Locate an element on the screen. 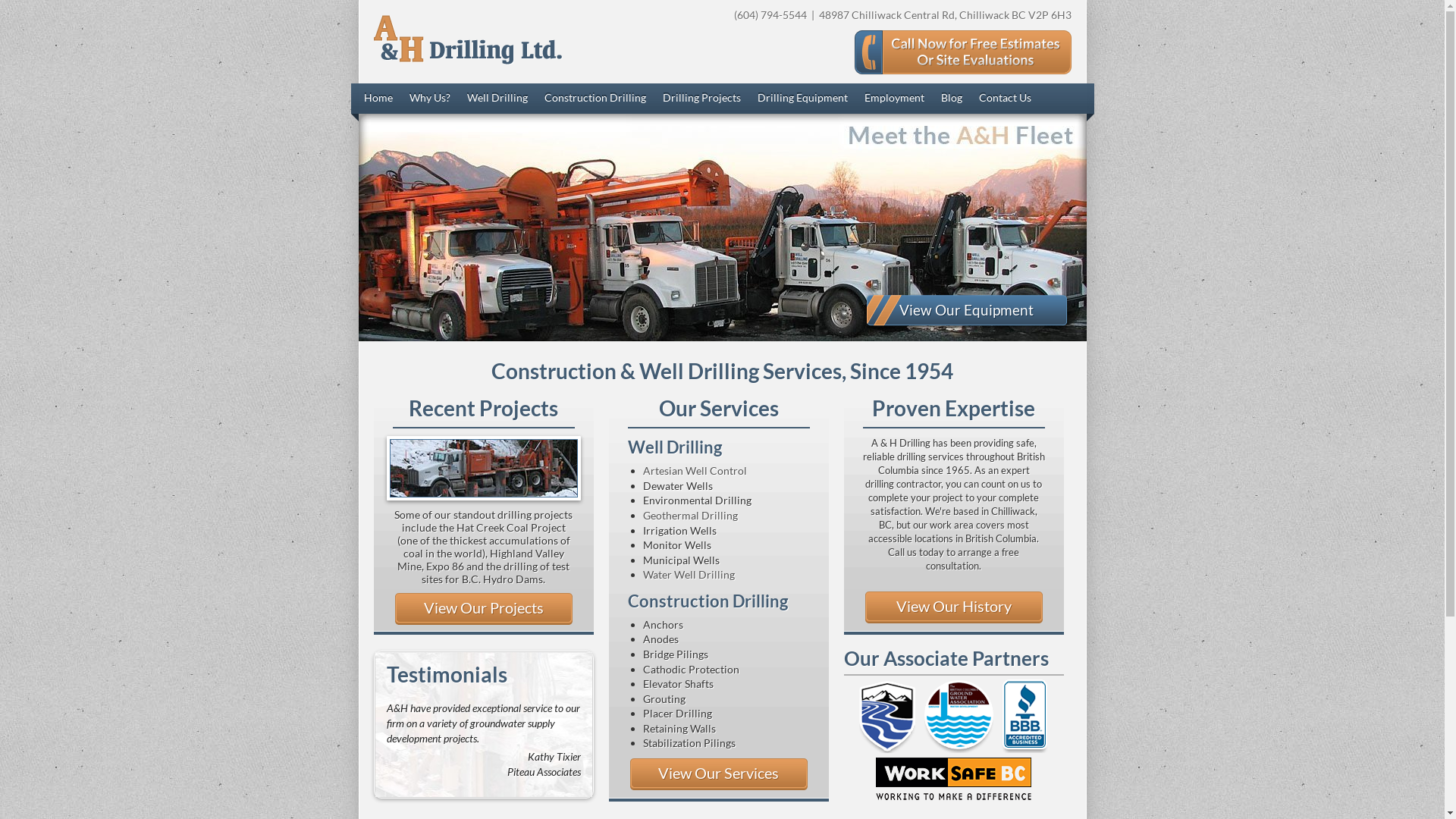 The width and height of the screenshot is (1456, 819). 'View Our Projects' is located at coordinates (482, 607).